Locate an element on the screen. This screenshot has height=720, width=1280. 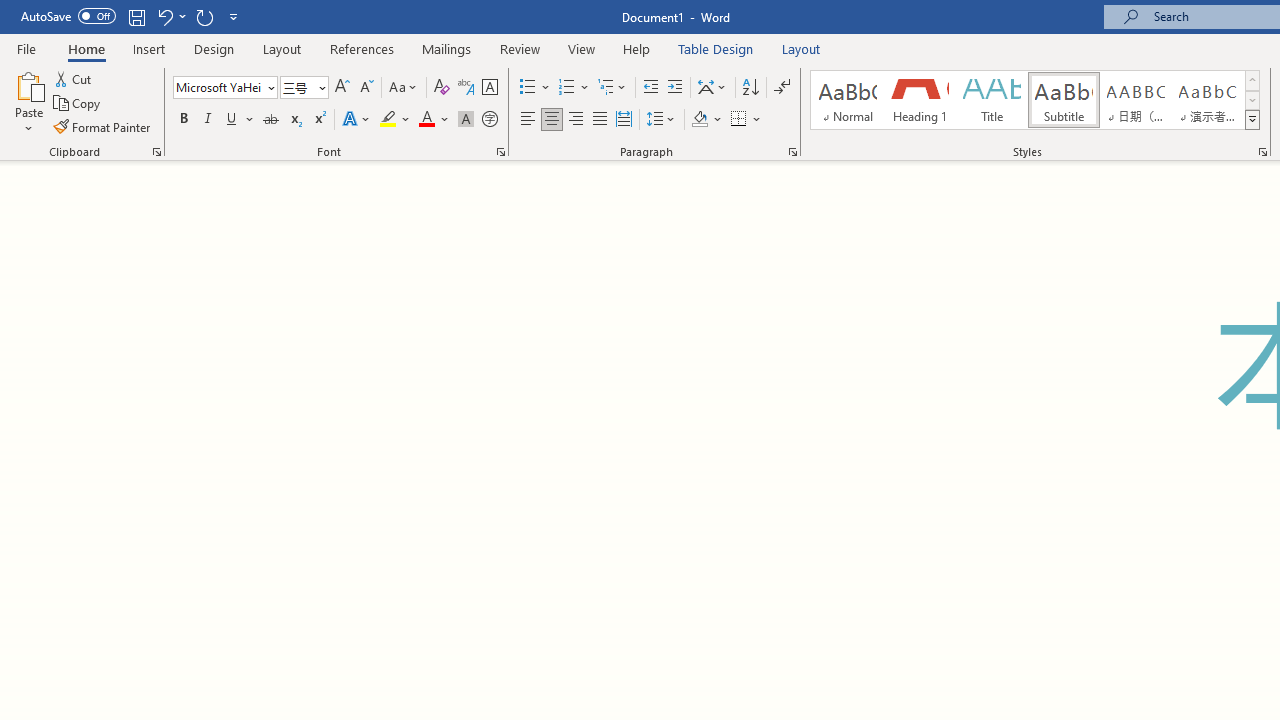
'Shading RGB(0, 0, 0)' is located at coordinates (699, 119).